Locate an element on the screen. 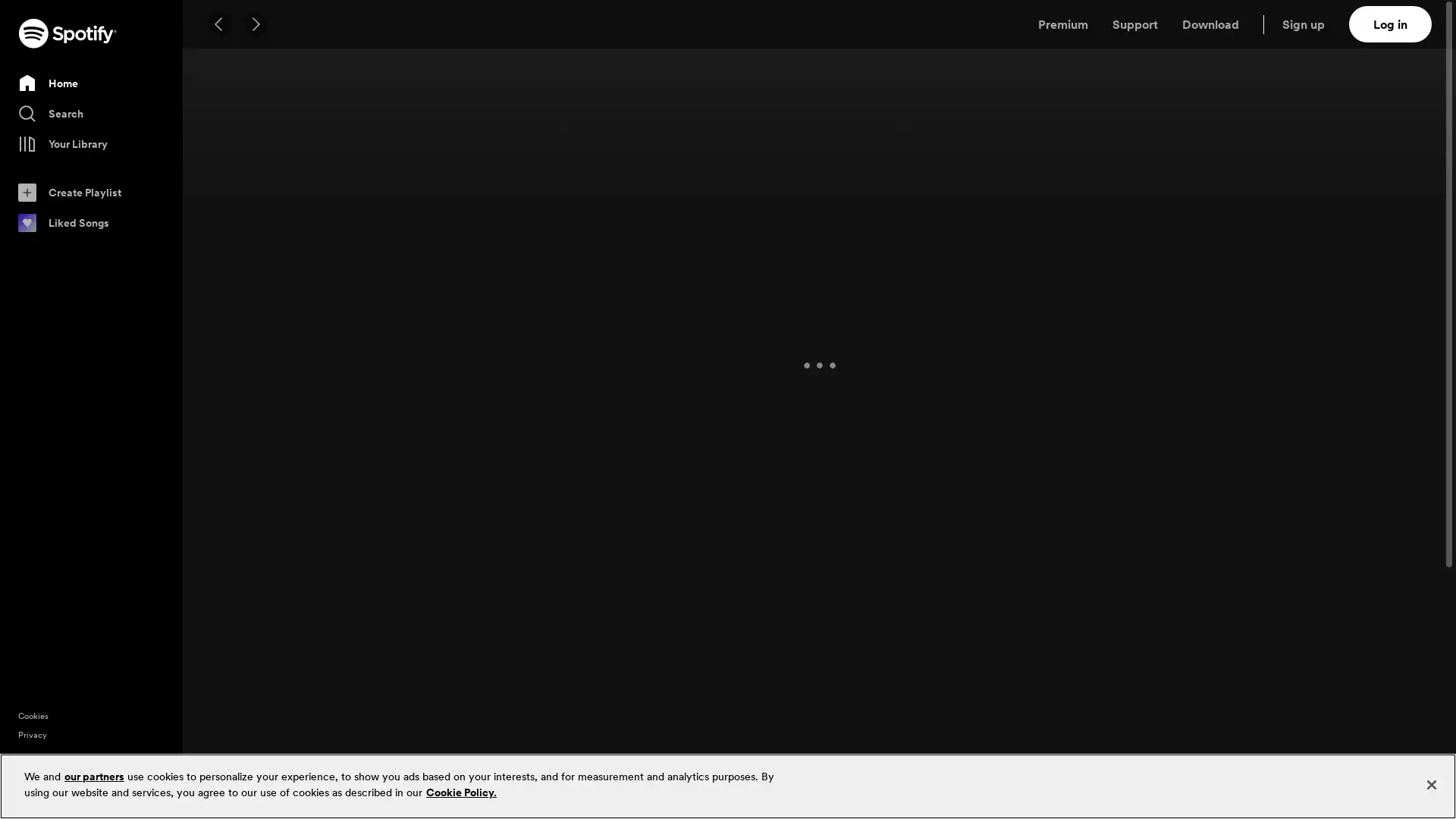  Play sad hour is located at coordinates (1084, 762).